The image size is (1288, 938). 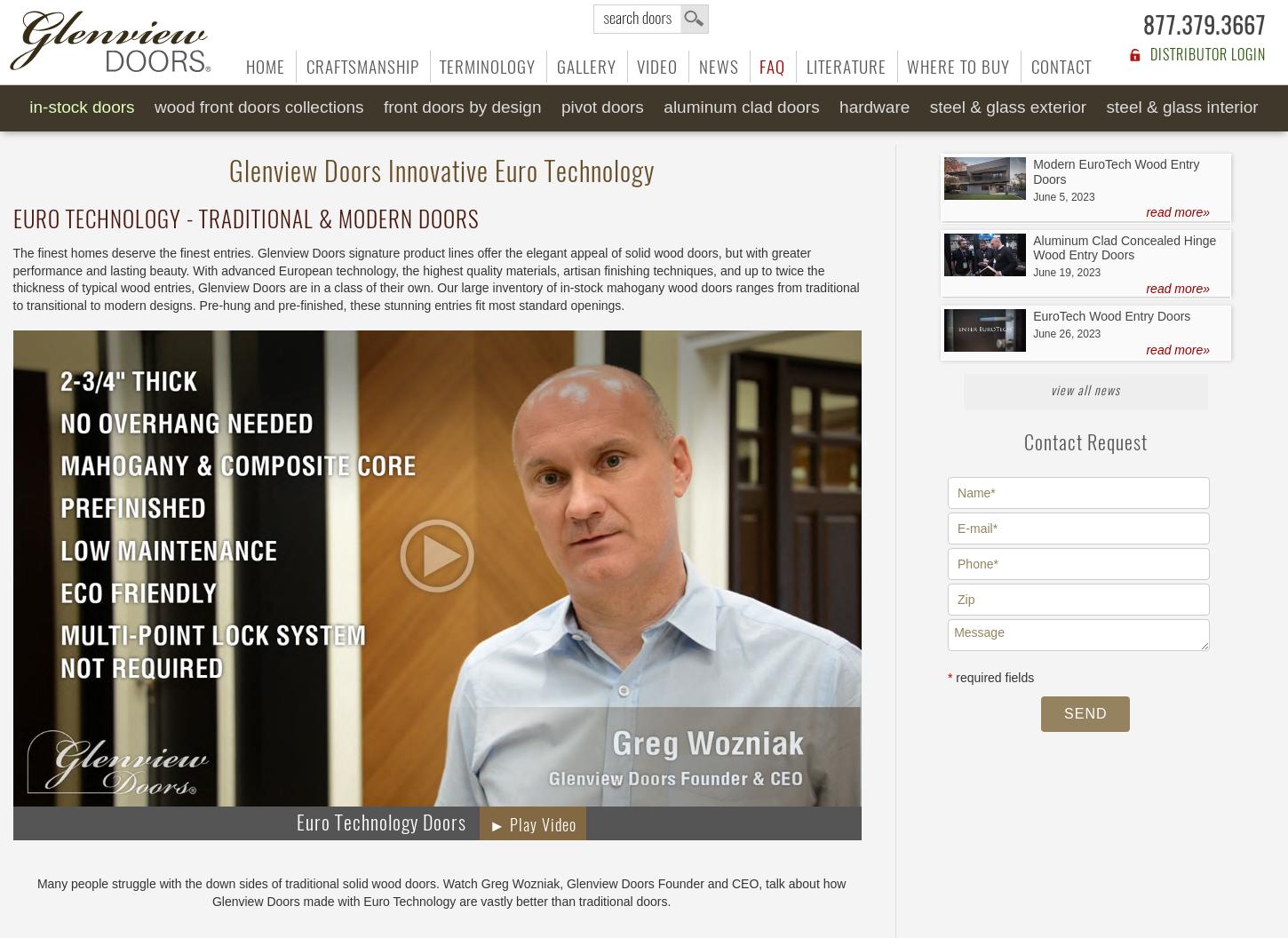 I want to click on 'The finest homes deserve the finest entries. Glenview Doors signature product lines offer the elegant appeal of solid wood doors, but with greater performance and lasting beauty. With advanced European technology, the highest quality materials, artisan finishing techniques, and up to twice the thickness of typical wood entries, Glenview Doors are in a class of their own. Our large inventory of in-stock mahogany wood doors ranges from traditional to transitional to modern designs. Pre-hung and pre-finished, these stunning entries fit most standard openings.', so click(x=435, y=278).